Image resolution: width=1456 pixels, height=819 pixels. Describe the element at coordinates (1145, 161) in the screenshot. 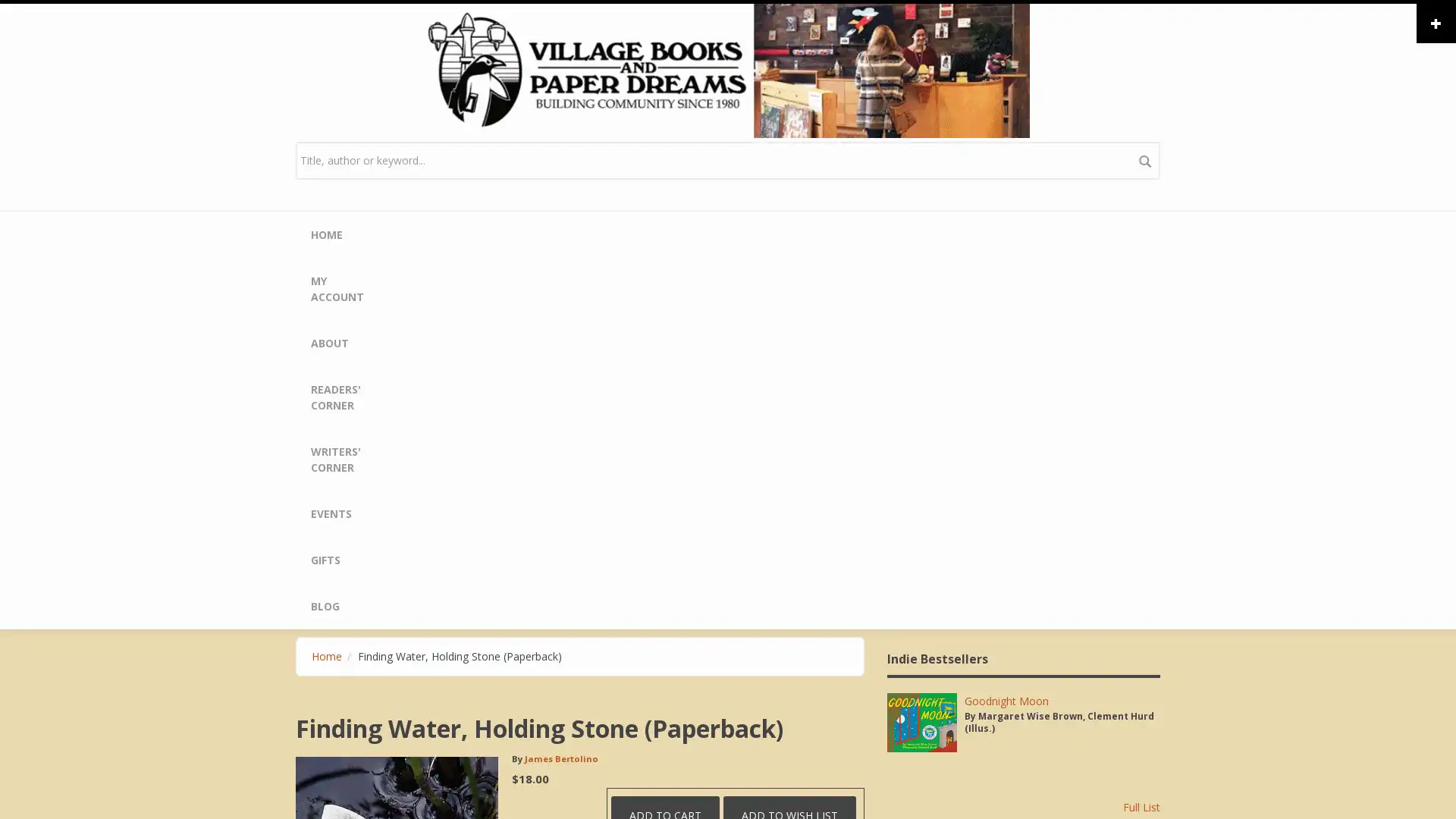

I see `search` at that location.